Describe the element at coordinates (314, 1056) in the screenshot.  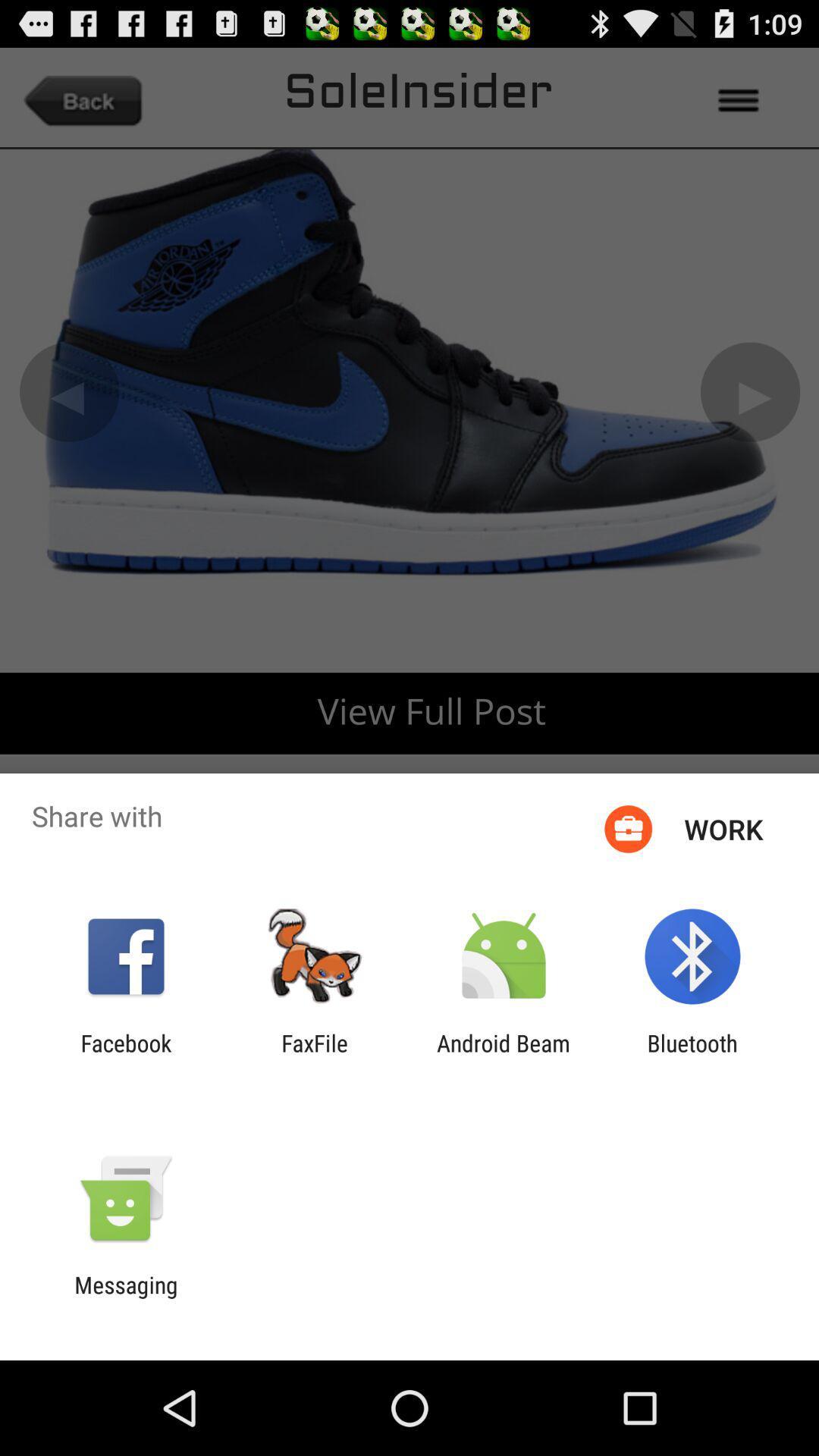
I see `item next to android beam item` at that location.